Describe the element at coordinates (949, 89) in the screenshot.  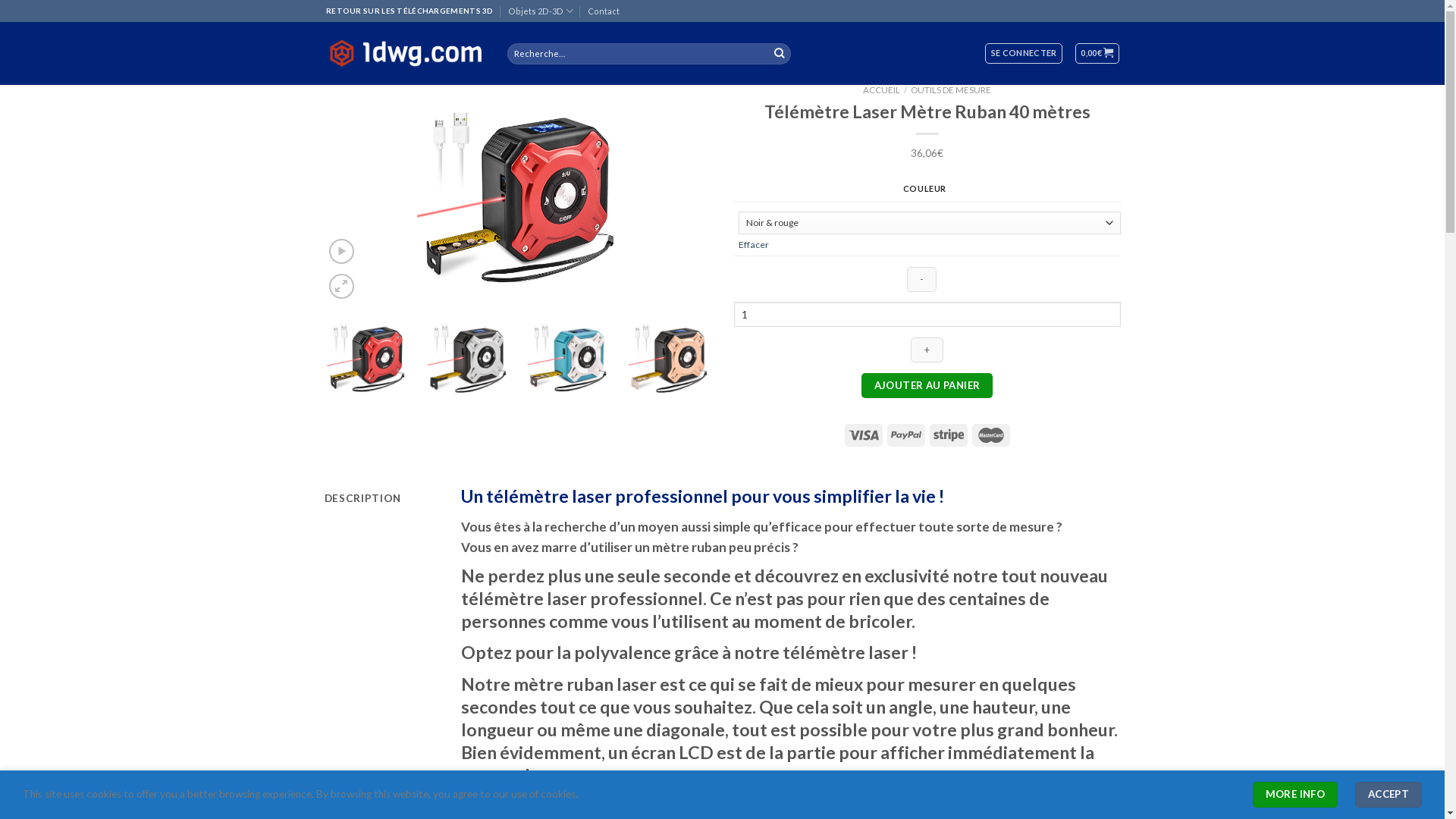
I see `'OUTILS DE MESURE'` at that location.